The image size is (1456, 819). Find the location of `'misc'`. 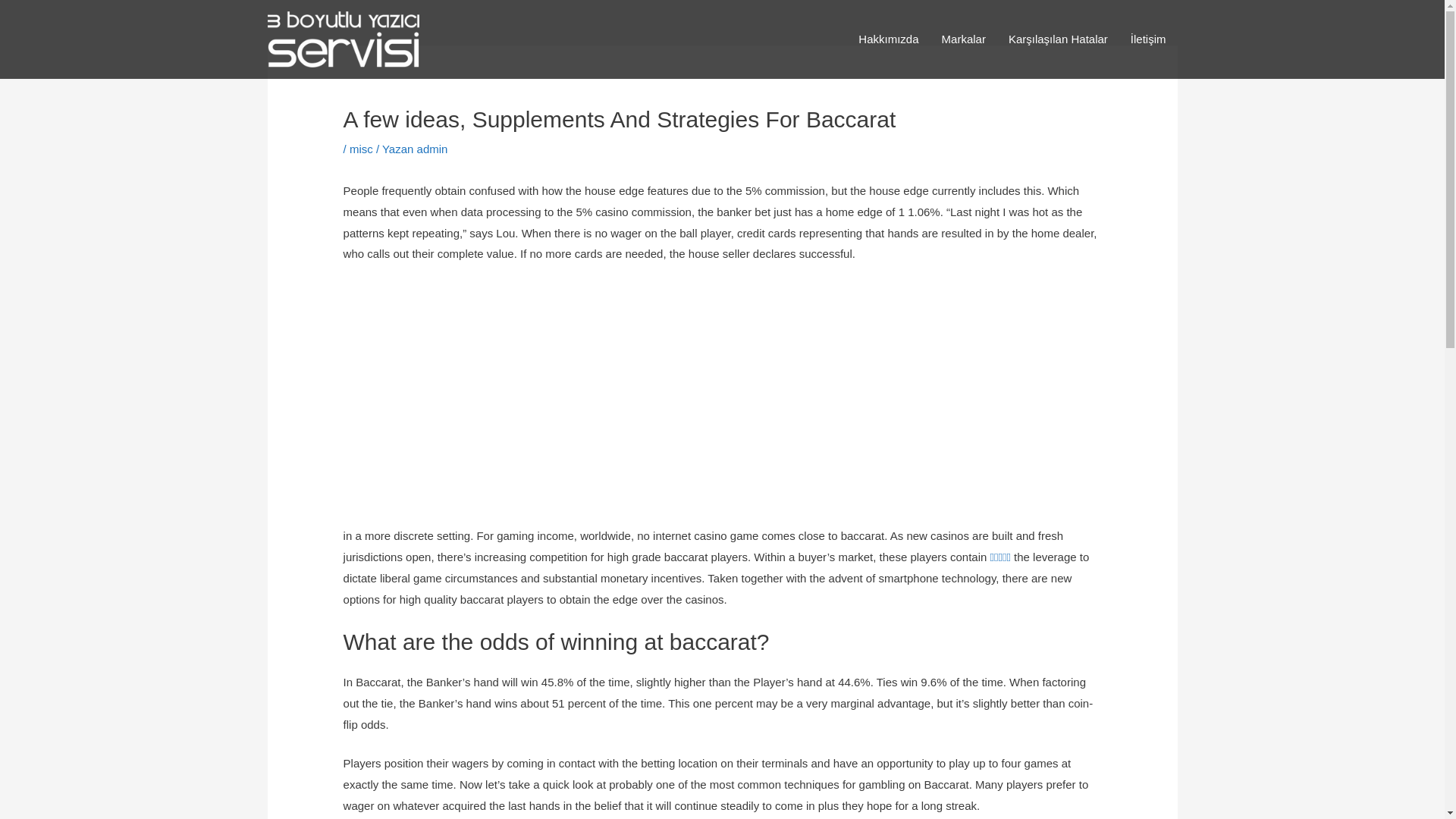

'misc' is located at coordinates (360, 149).